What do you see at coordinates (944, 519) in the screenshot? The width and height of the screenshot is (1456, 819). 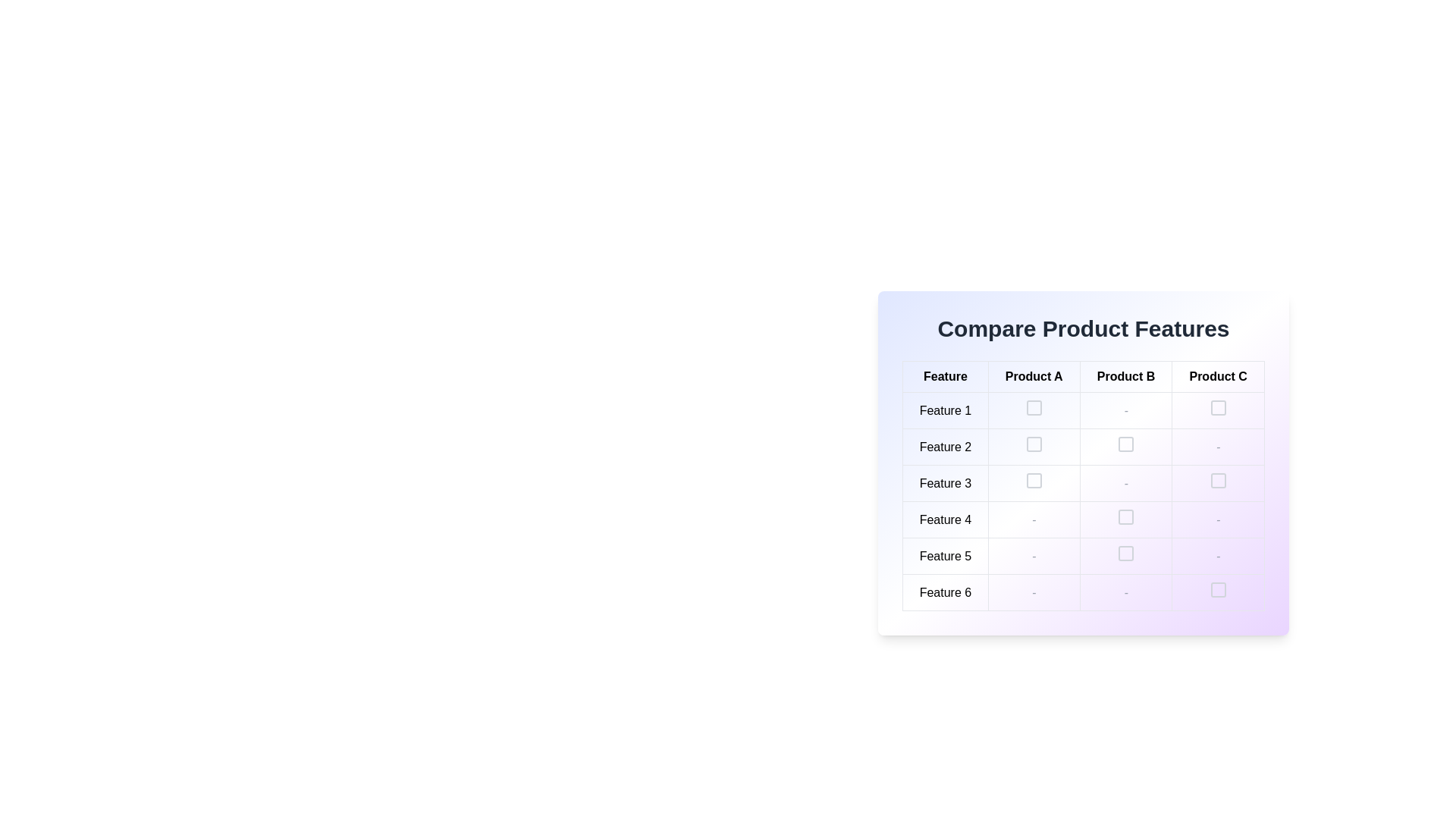 I see `the table cell displaying 'Feature 4' in the fourth row, first column of the 'Compare Product Features' table` at bounding box center [944, 519].